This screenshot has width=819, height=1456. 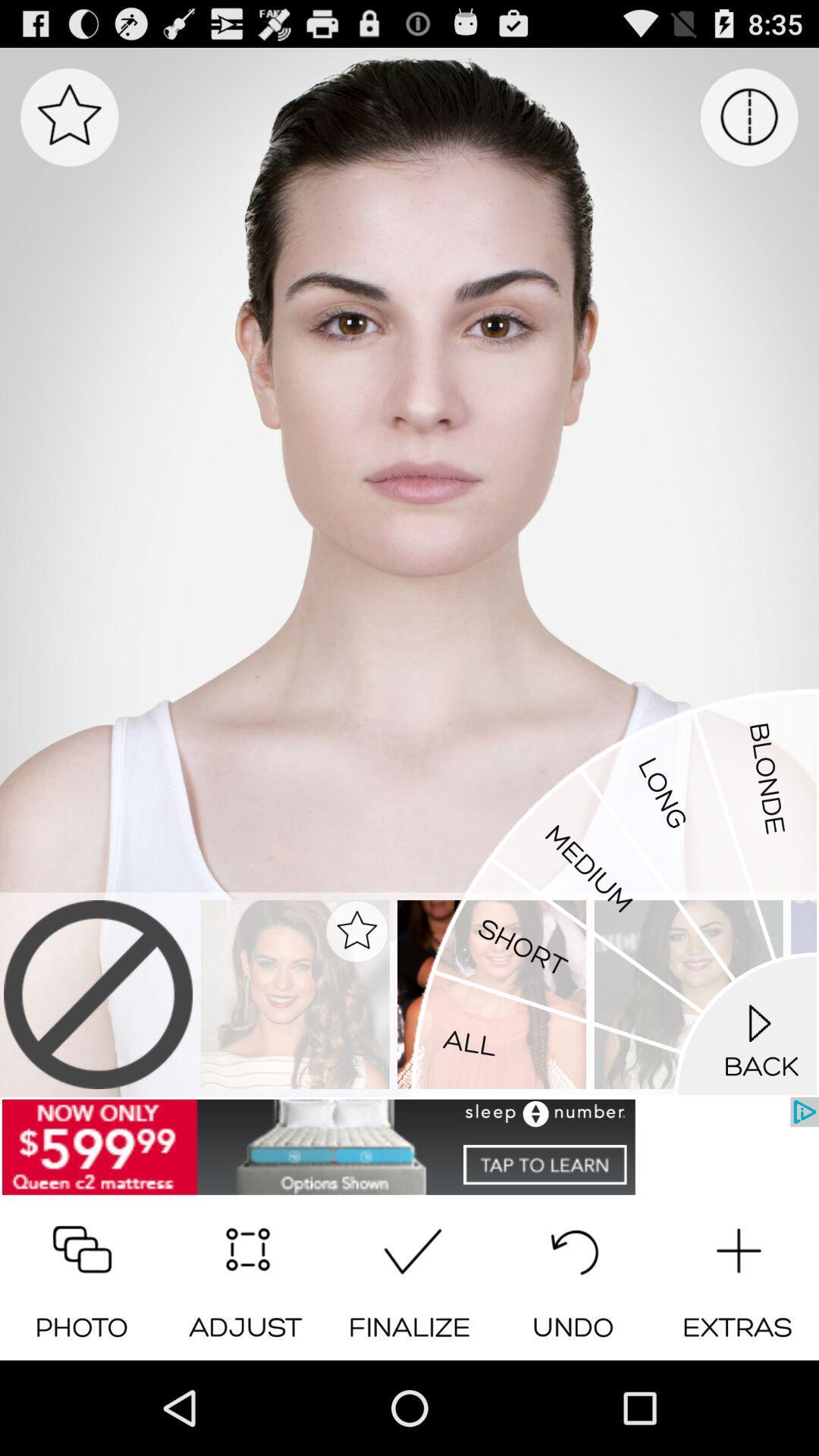 I want to click on the star icon, so click(x=69, y=125).